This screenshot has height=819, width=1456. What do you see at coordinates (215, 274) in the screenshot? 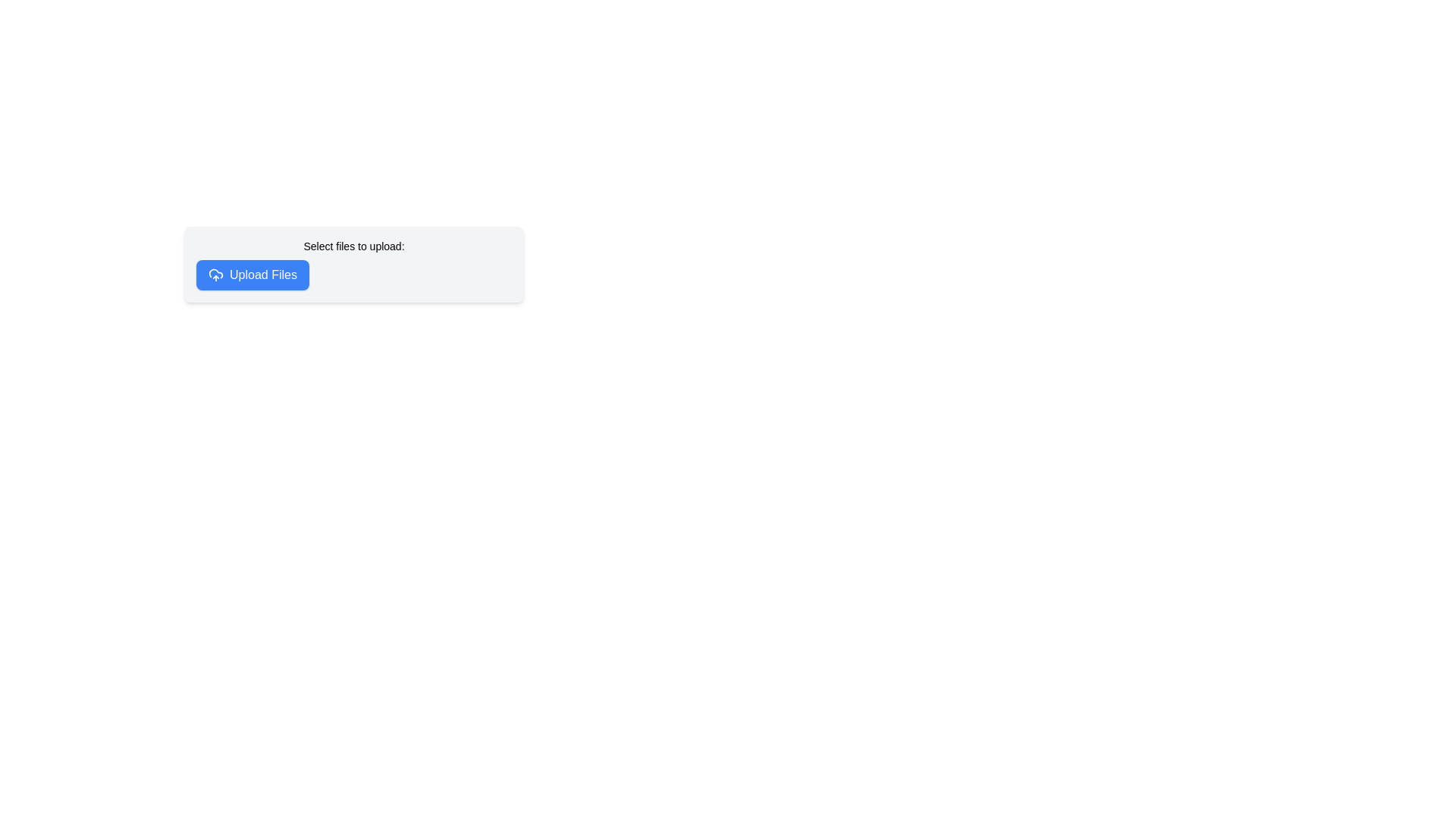
I see `the central curved line of the cloud upload icon located just before the 'Upload Files' text label within the button` at bounding box center [215, 274].